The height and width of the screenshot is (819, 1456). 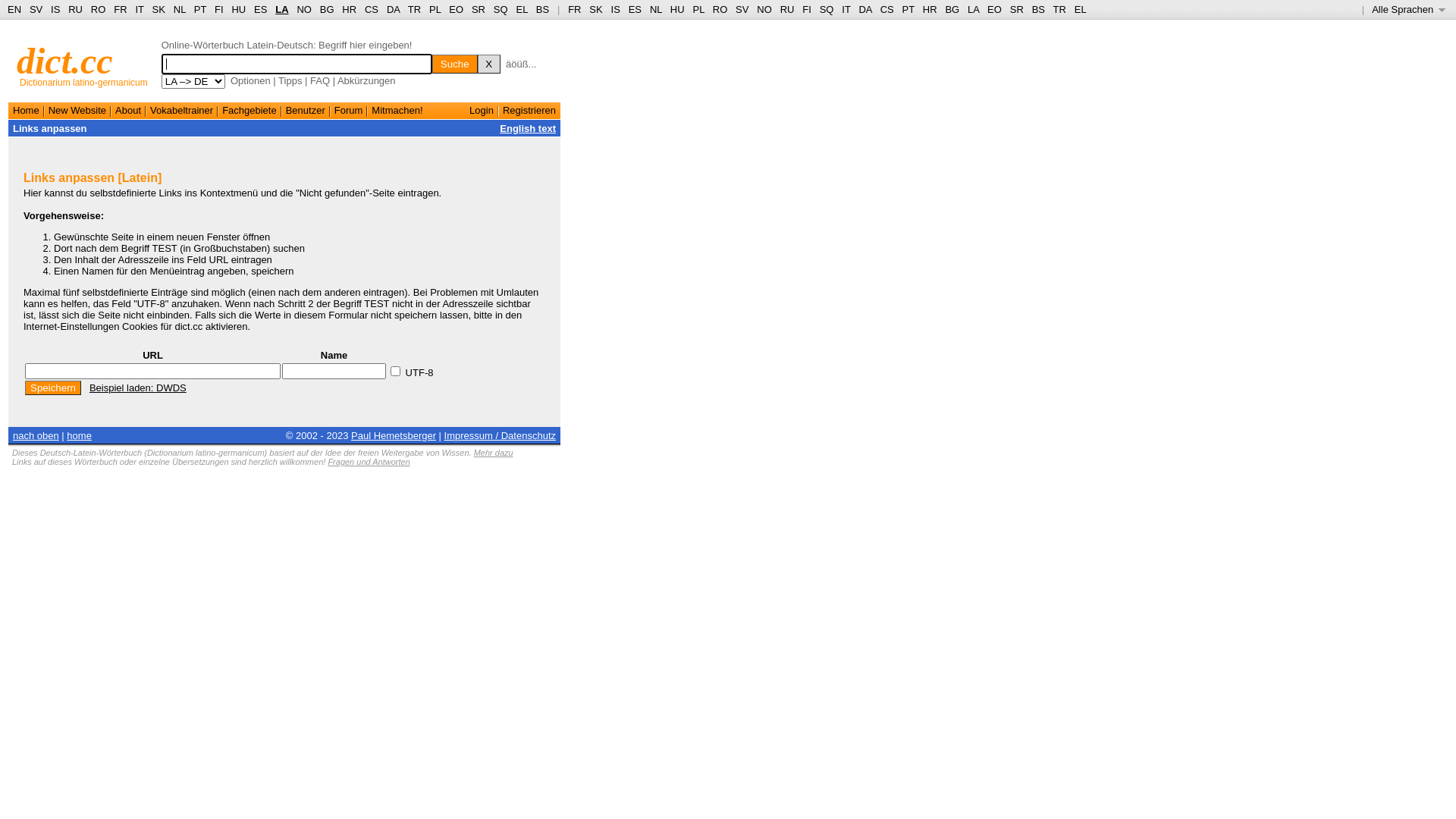 What do you see at coordinates (134, 9) in the screenshot?
I see `'IT'` at bounding box center [134, 9].